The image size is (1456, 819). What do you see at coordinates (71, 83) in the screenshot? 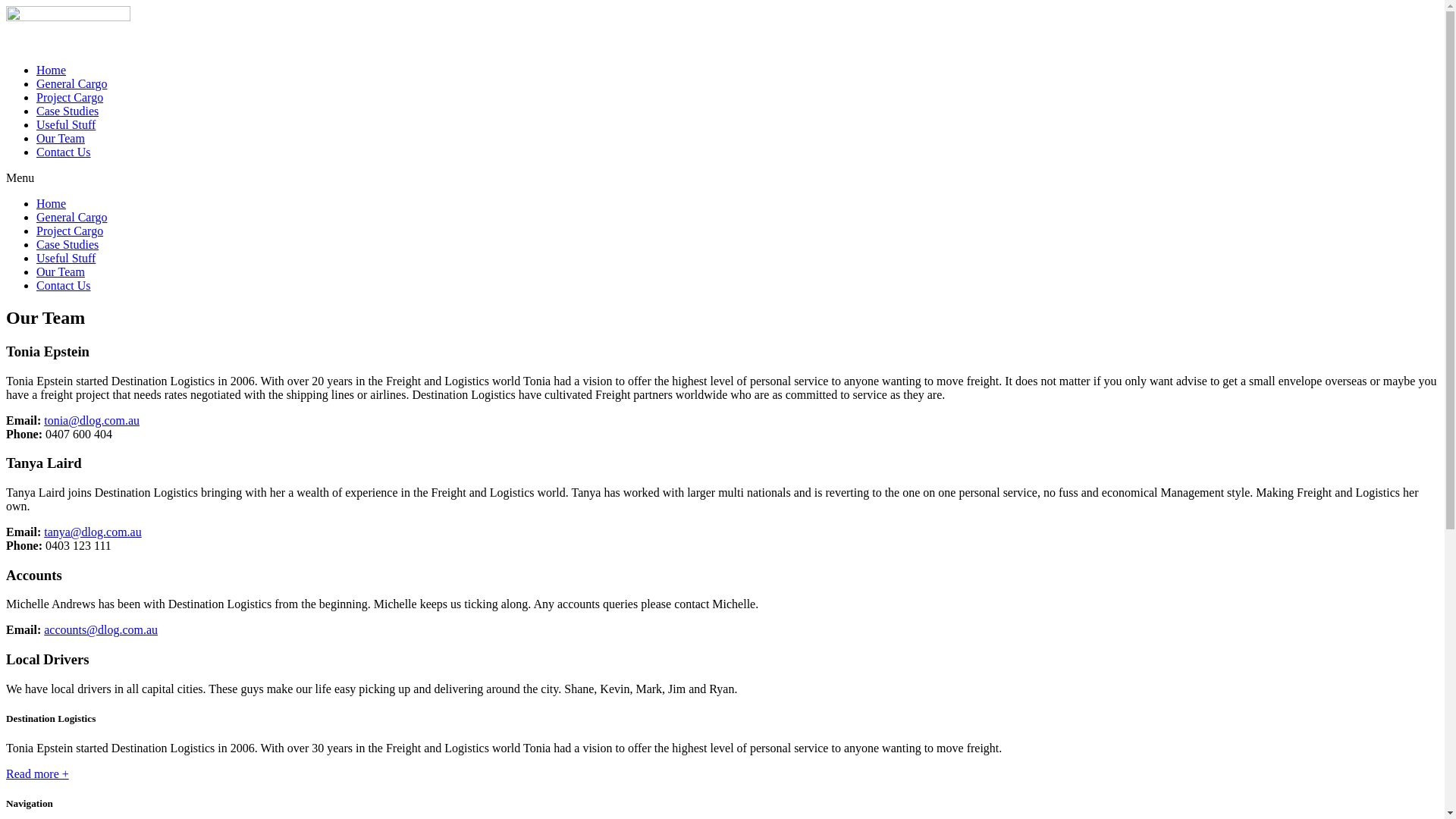
I see `'General Cargo'` at bounding box center [71, 83].